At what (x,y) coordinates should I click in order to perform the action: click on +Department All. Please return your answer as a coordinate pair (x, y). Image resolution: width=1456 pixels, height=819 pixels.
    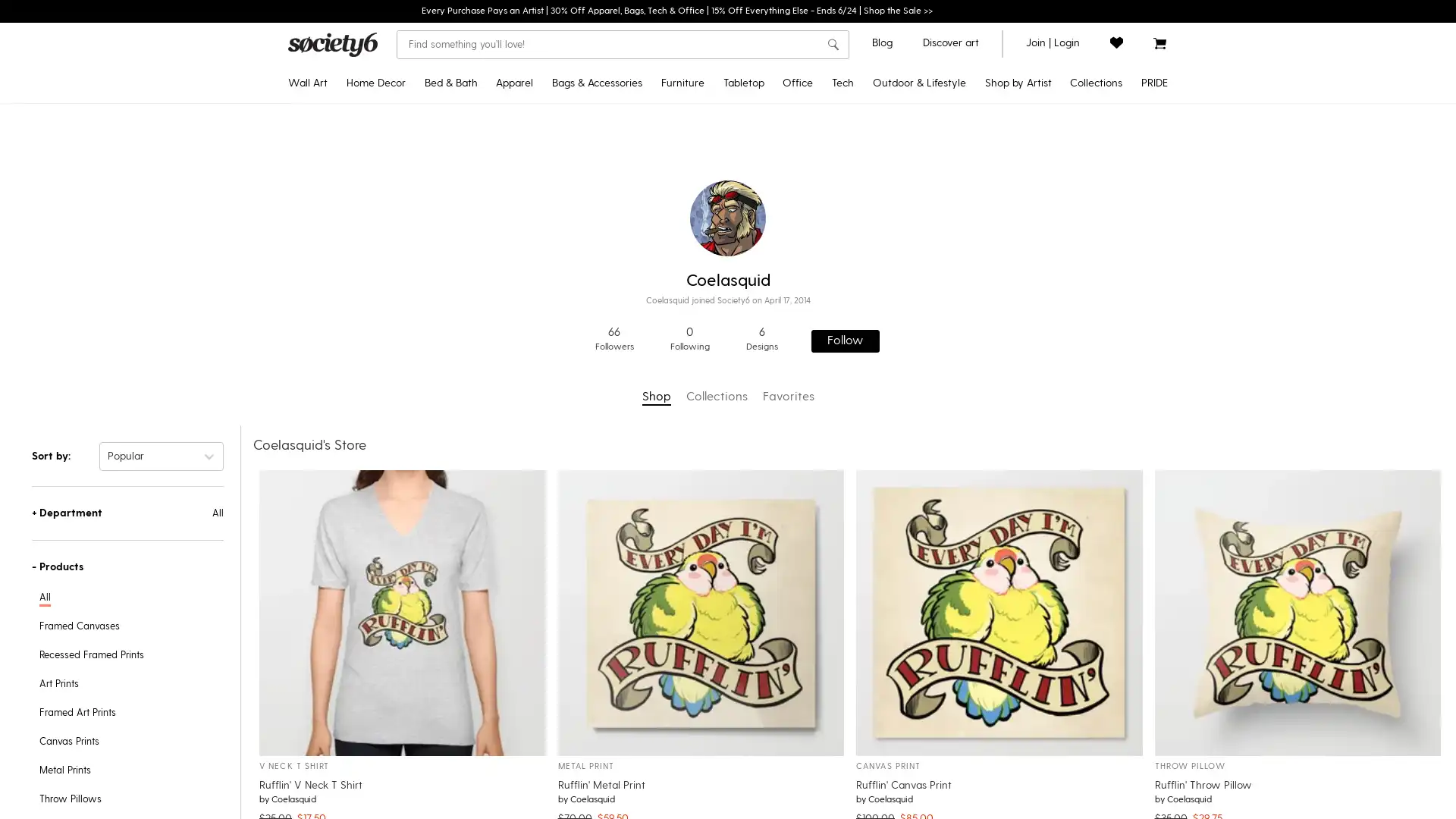
    Looking at the image, I should click on (127, 512).